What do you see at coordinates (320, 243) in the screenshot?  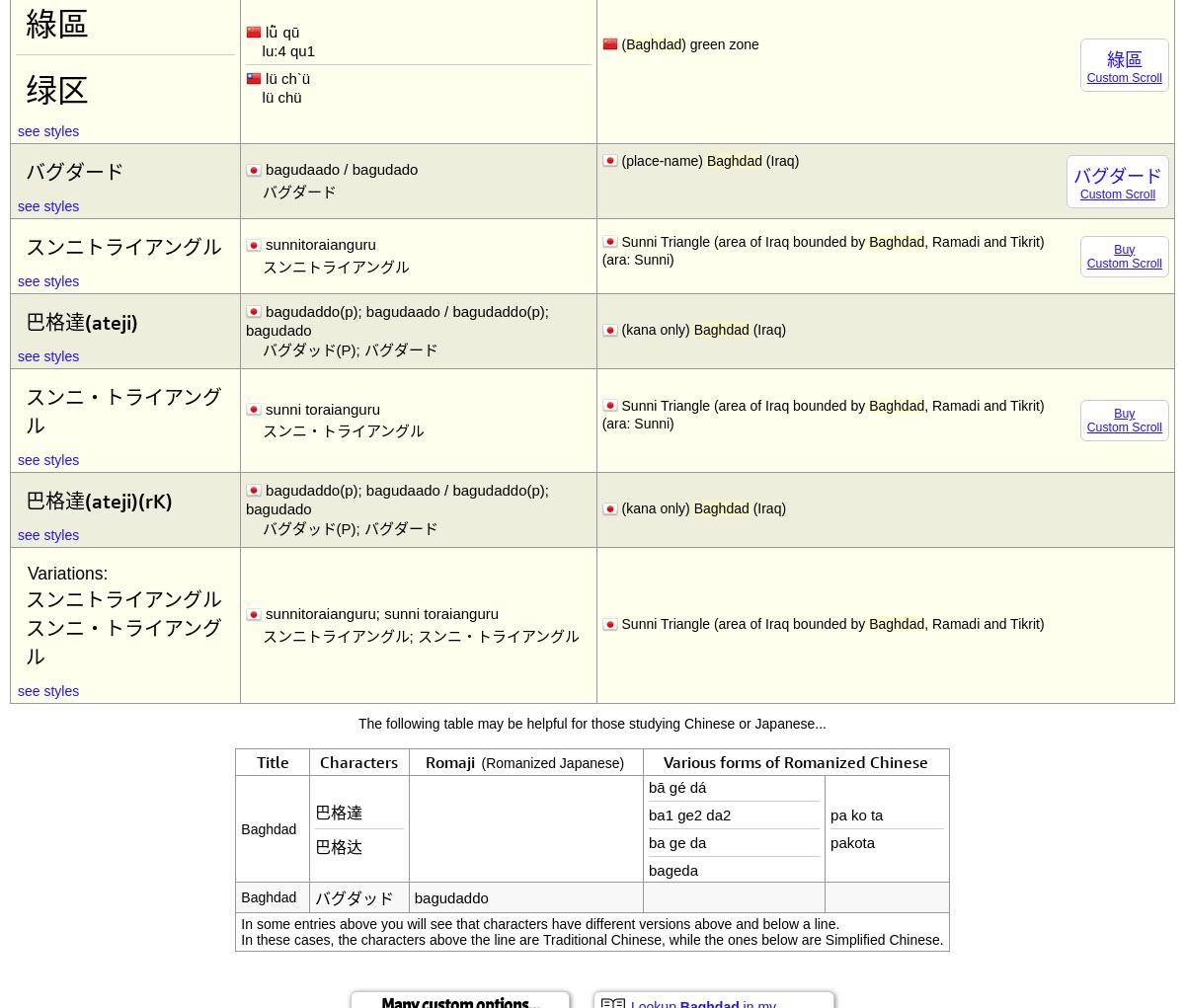 I see `'sunnitoraianguru'` at bounding box center [320, 243].